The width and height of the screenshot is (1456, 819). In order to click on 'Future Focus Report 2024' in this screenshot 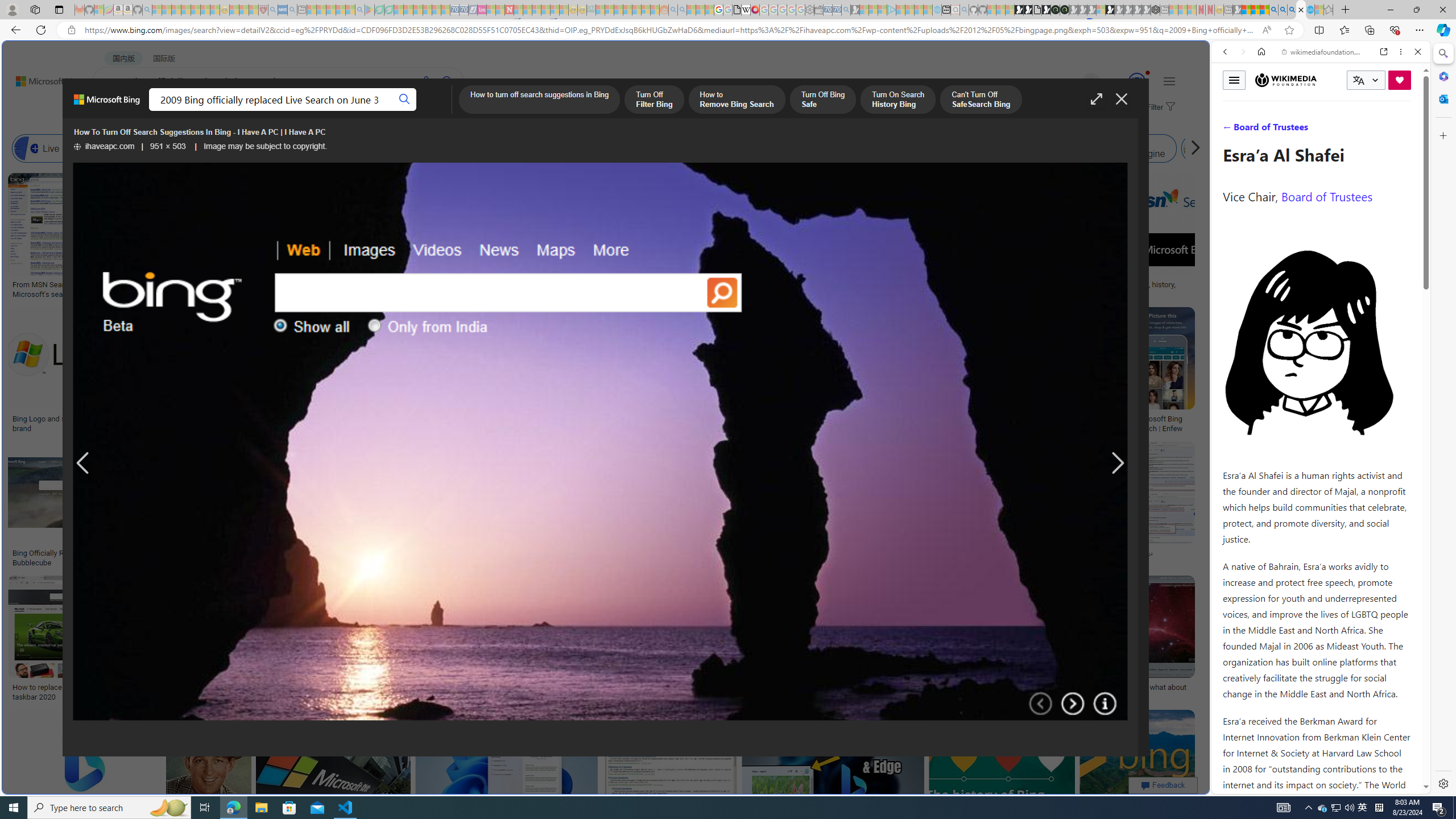, I will do `click(1064, 9)`.